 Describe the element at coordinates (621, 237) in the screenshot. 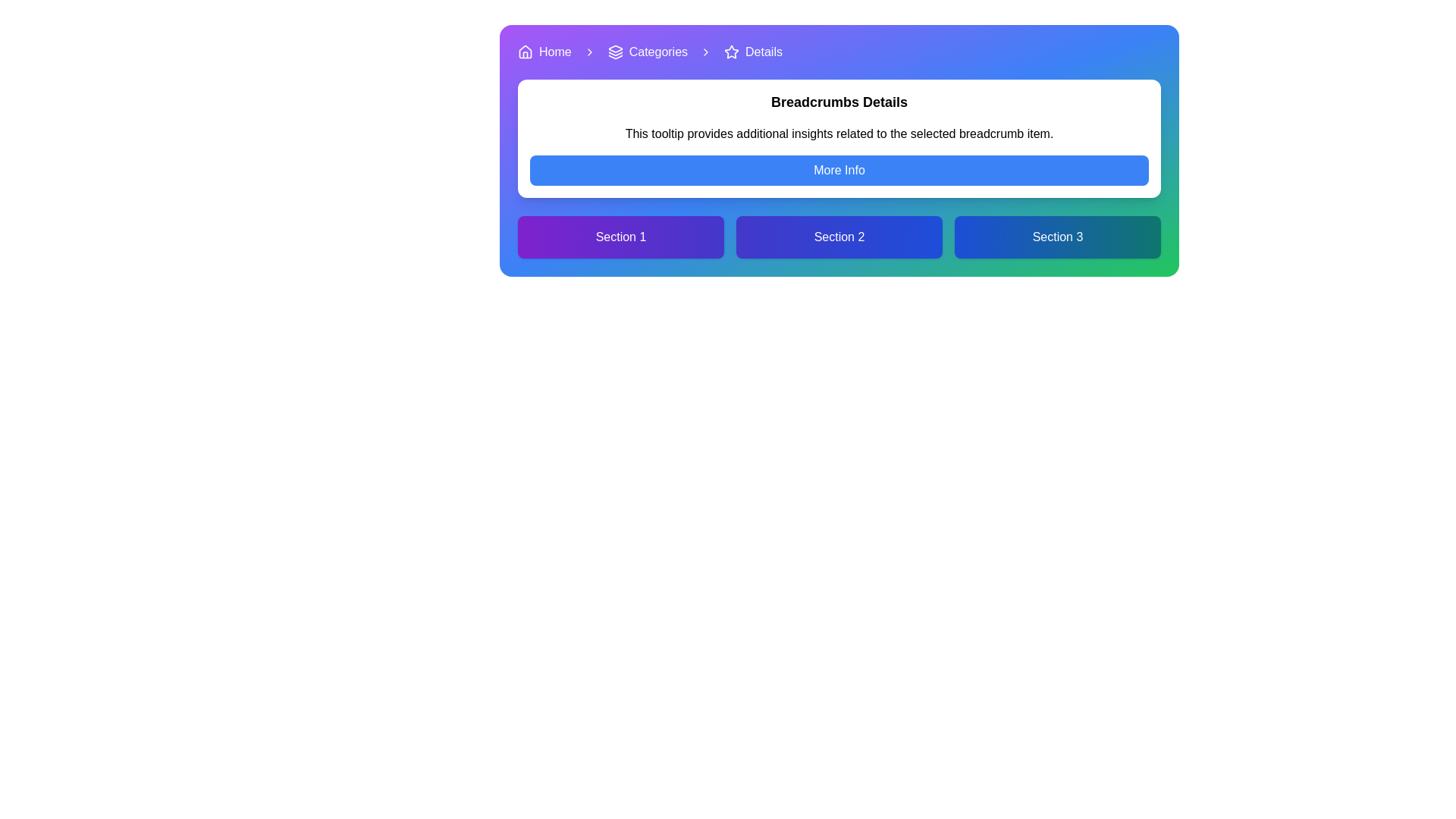

I see `the static label or navigational button with the text 'Section 1', which has a gradient background from purple to indigo and is located at the leftmost position in a horizontal row of three sections` at that location.